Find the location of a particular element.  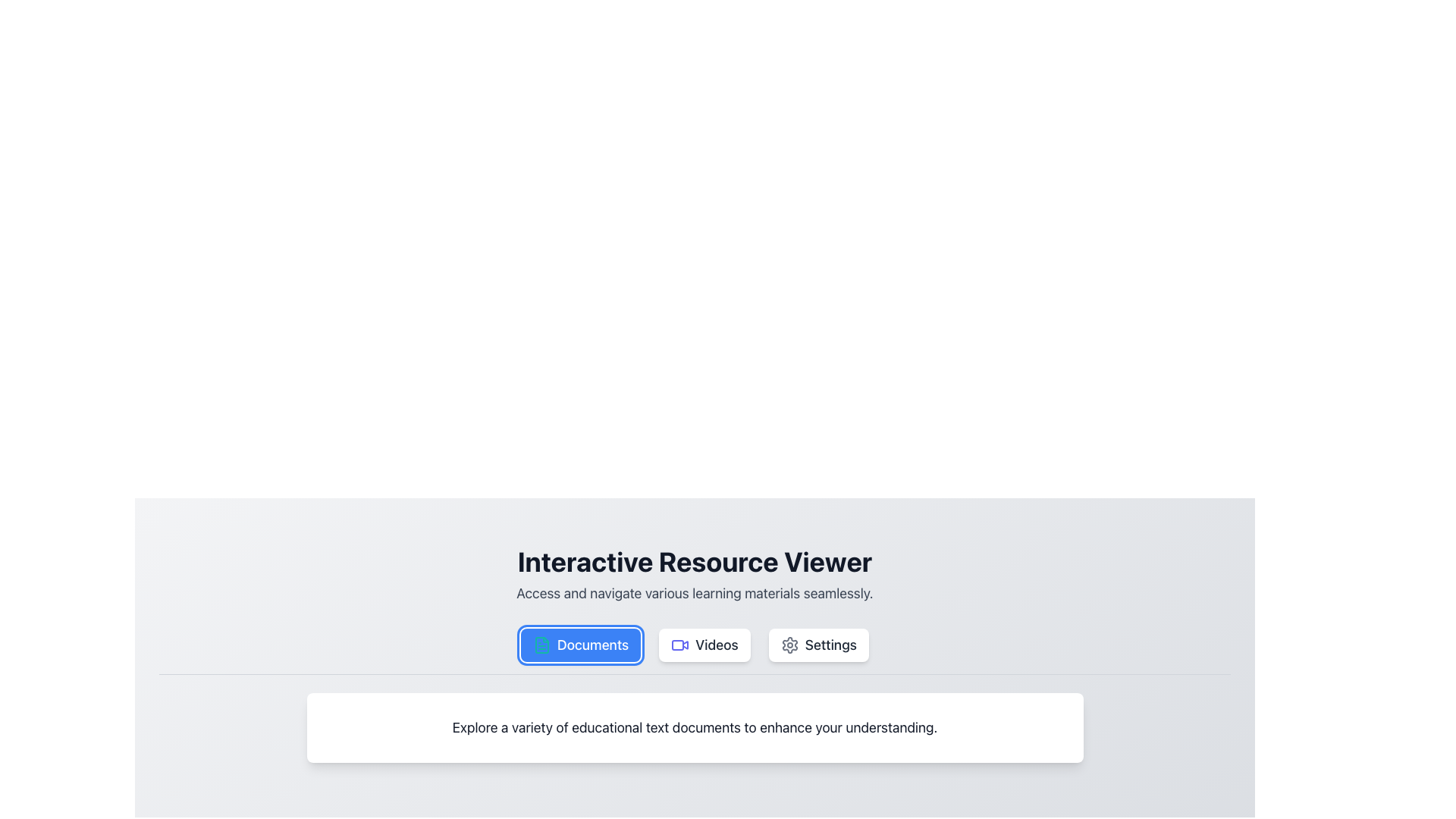

the 'Videos' button which contains a modern video camera icon is located at coordinates (679, 645).